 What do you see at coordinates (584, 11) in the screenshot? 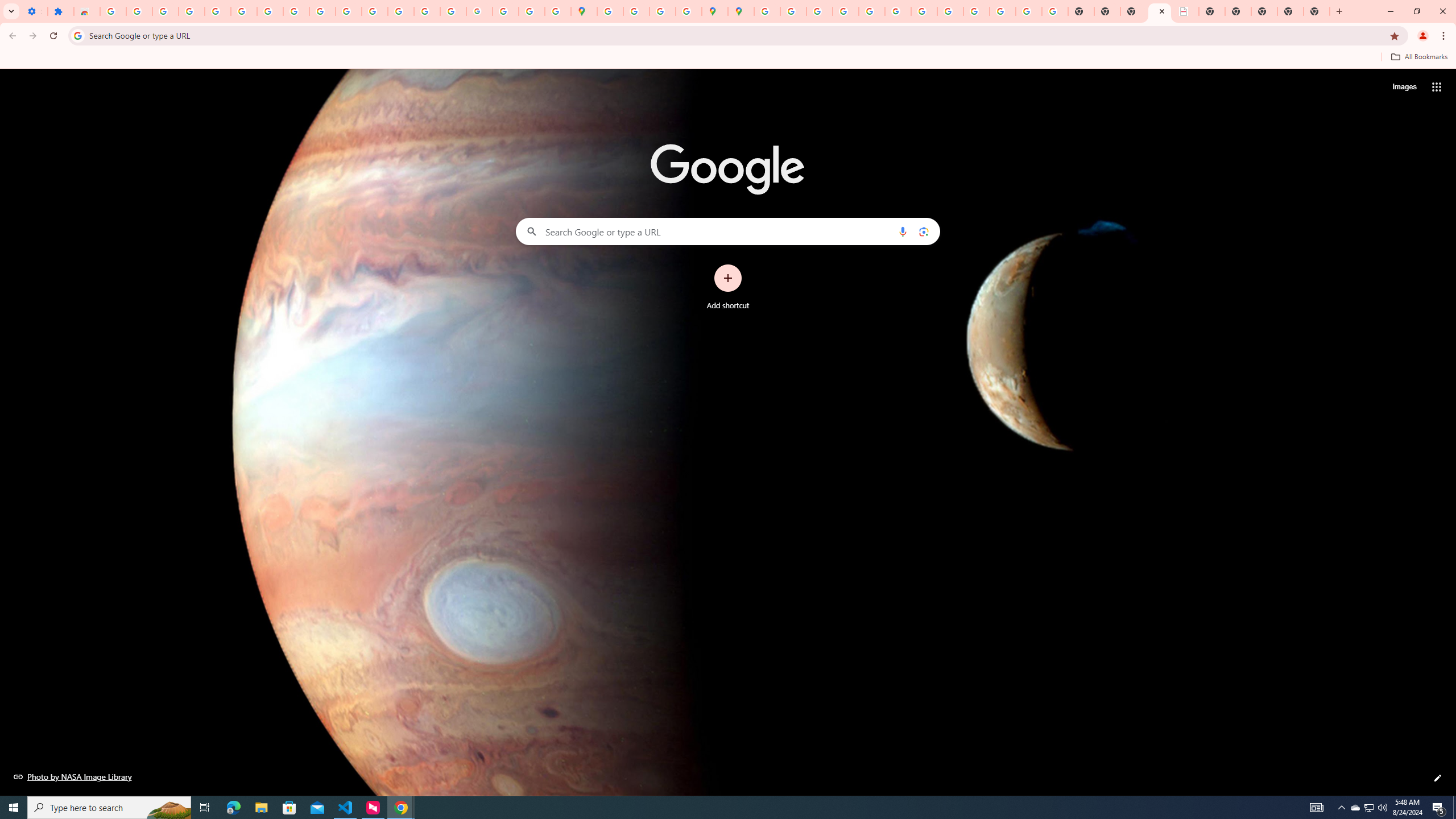
I see `'Google Maps'` at bounding box center [584, 11].